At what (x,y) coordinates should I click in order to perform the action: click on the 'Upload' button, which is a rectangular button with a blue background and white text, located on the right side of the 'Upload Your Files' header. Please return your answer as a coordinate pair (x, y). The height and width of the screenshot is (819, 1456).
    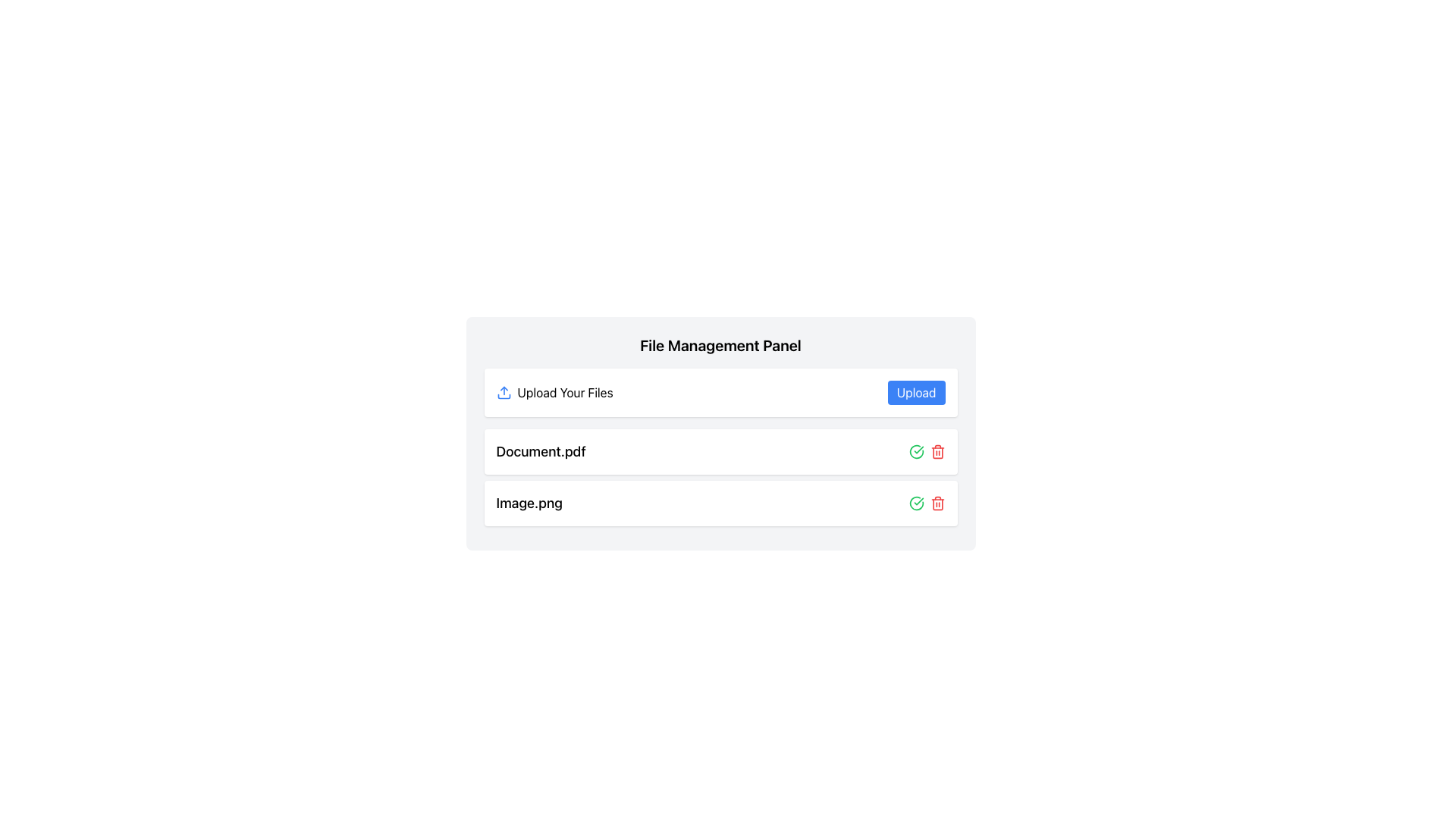
    Looking at the image, I should click on (915, 391).